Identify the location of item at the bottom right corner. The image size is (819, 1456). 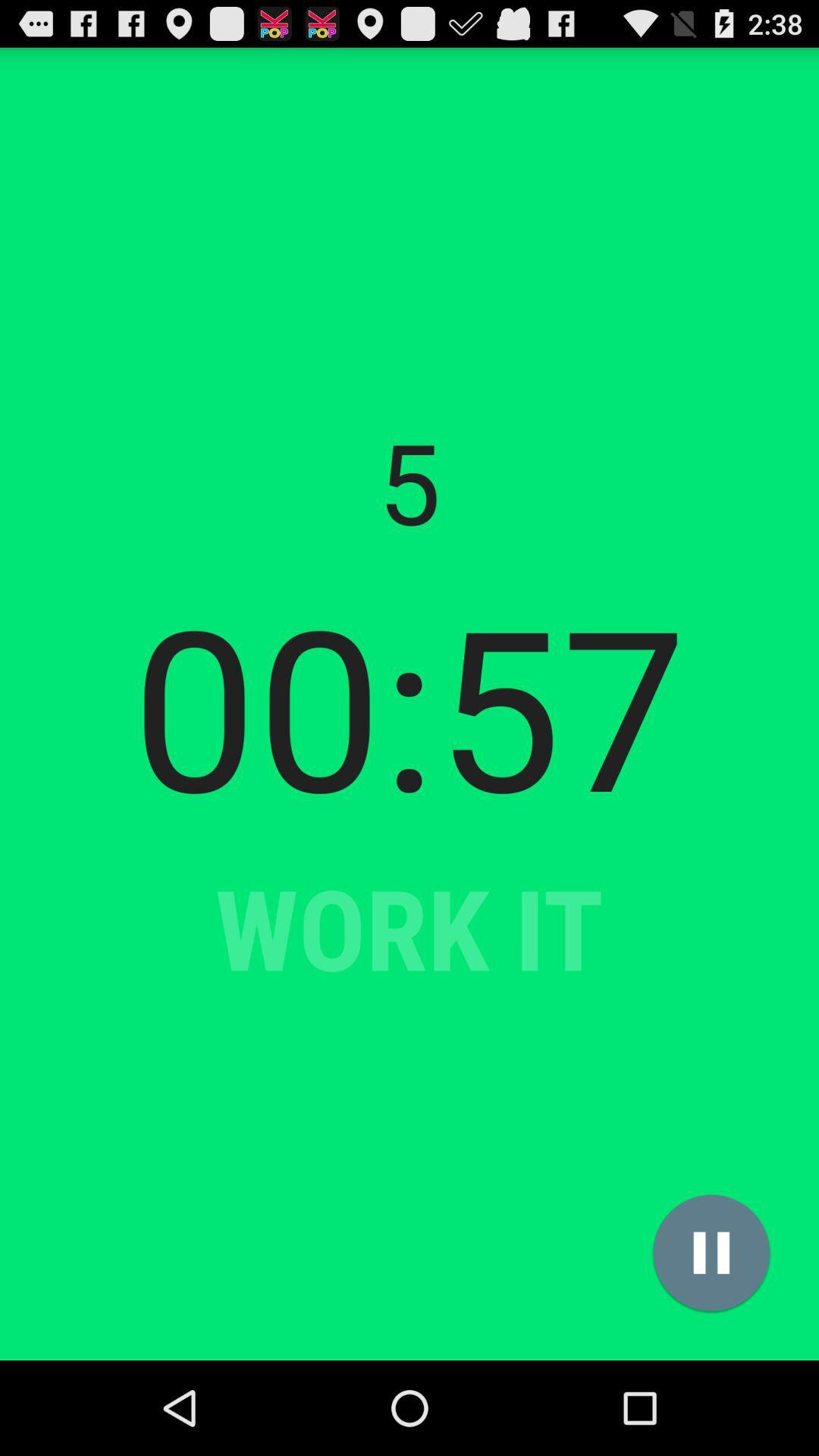
(711, 1253).